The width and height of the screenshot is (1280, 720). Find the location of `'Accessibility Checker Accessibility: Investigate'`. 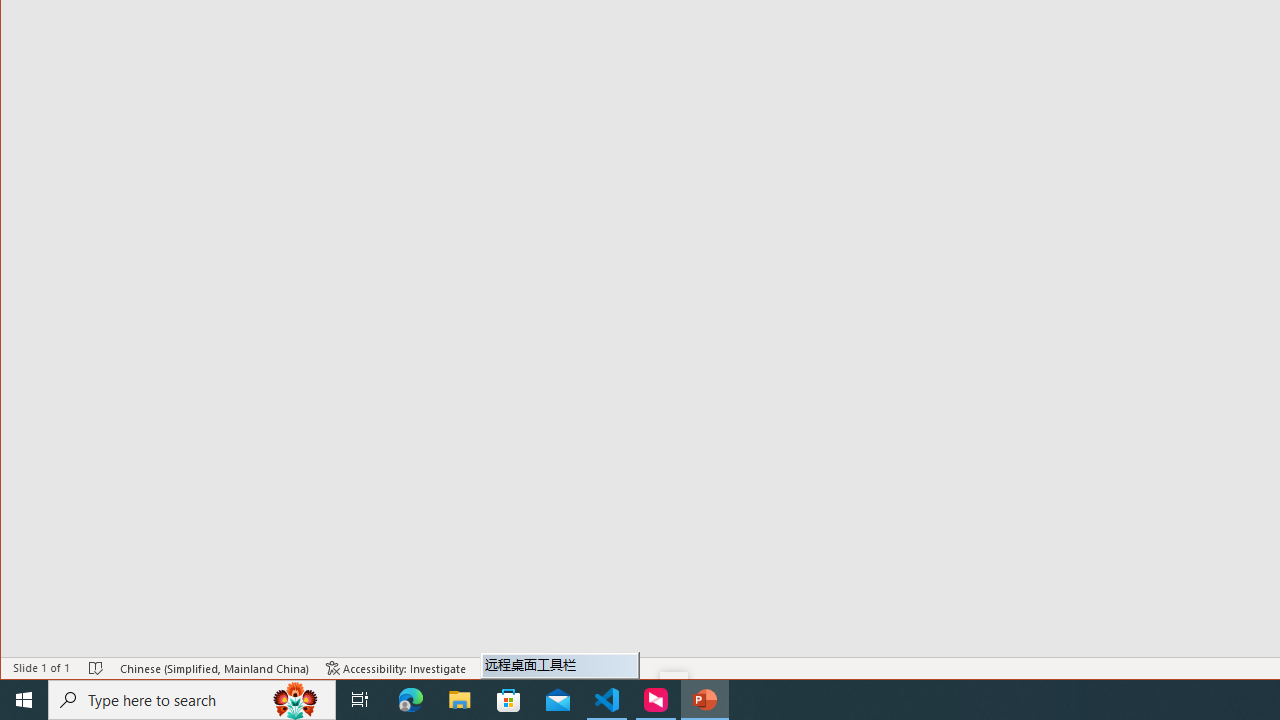

'Accessibility Checker Accessibility: Investigate' is located at coordinates (396, 668).